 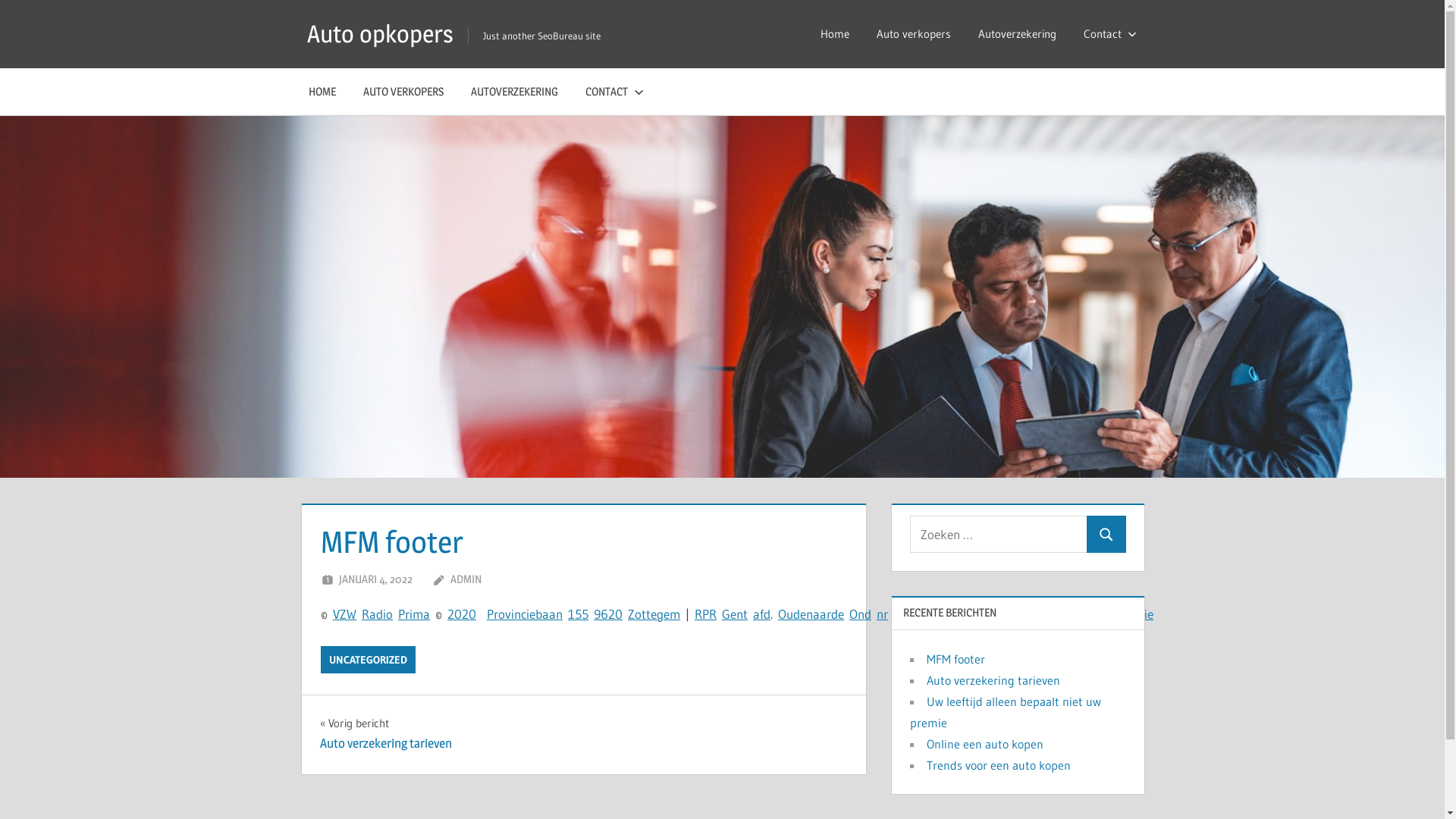 I want to click on 'f', so click(x=761, y=613).